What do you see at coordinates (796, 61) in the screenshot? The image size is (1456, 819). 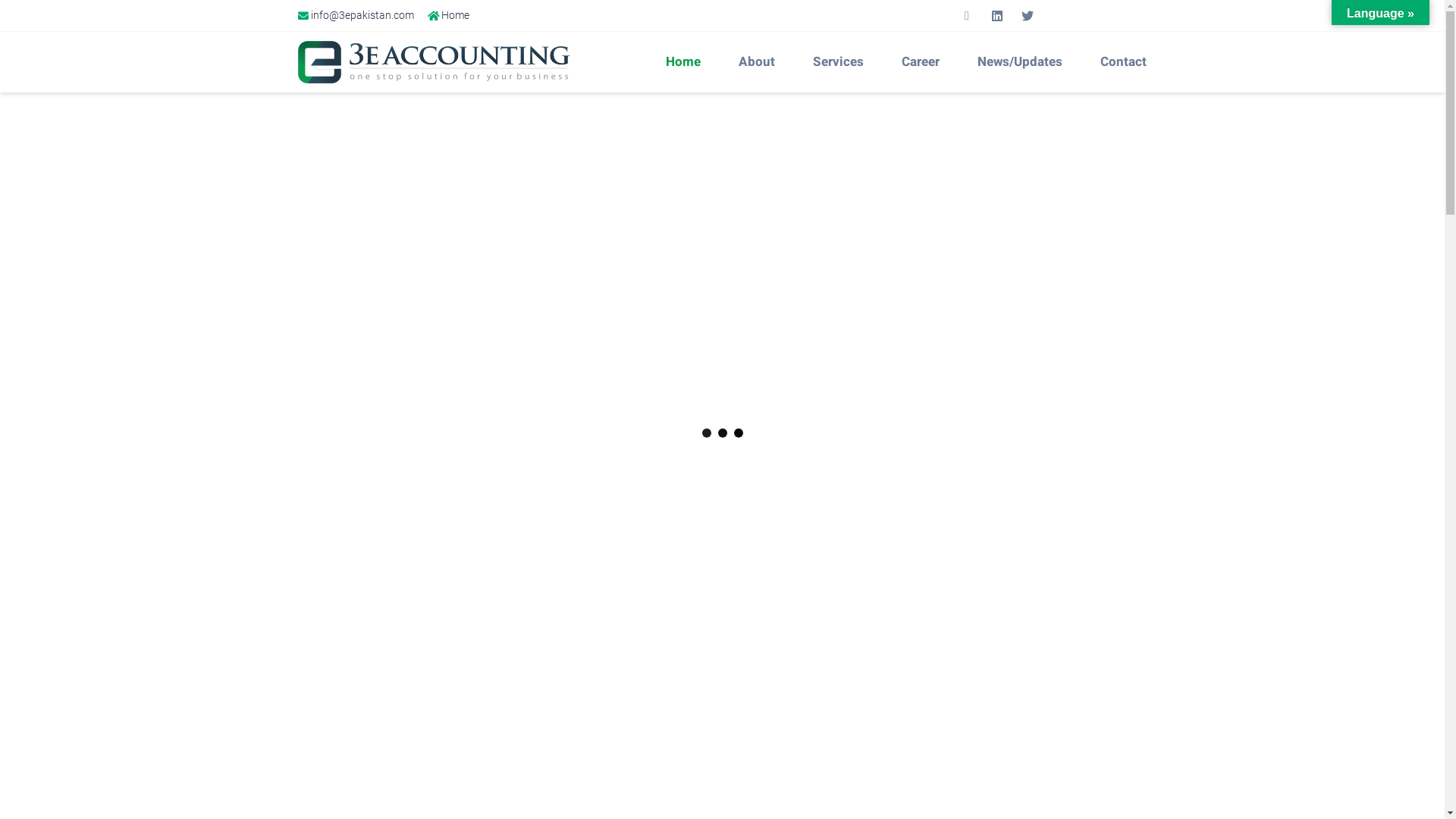 I see `'Services'` at bounding box center [796, 61].